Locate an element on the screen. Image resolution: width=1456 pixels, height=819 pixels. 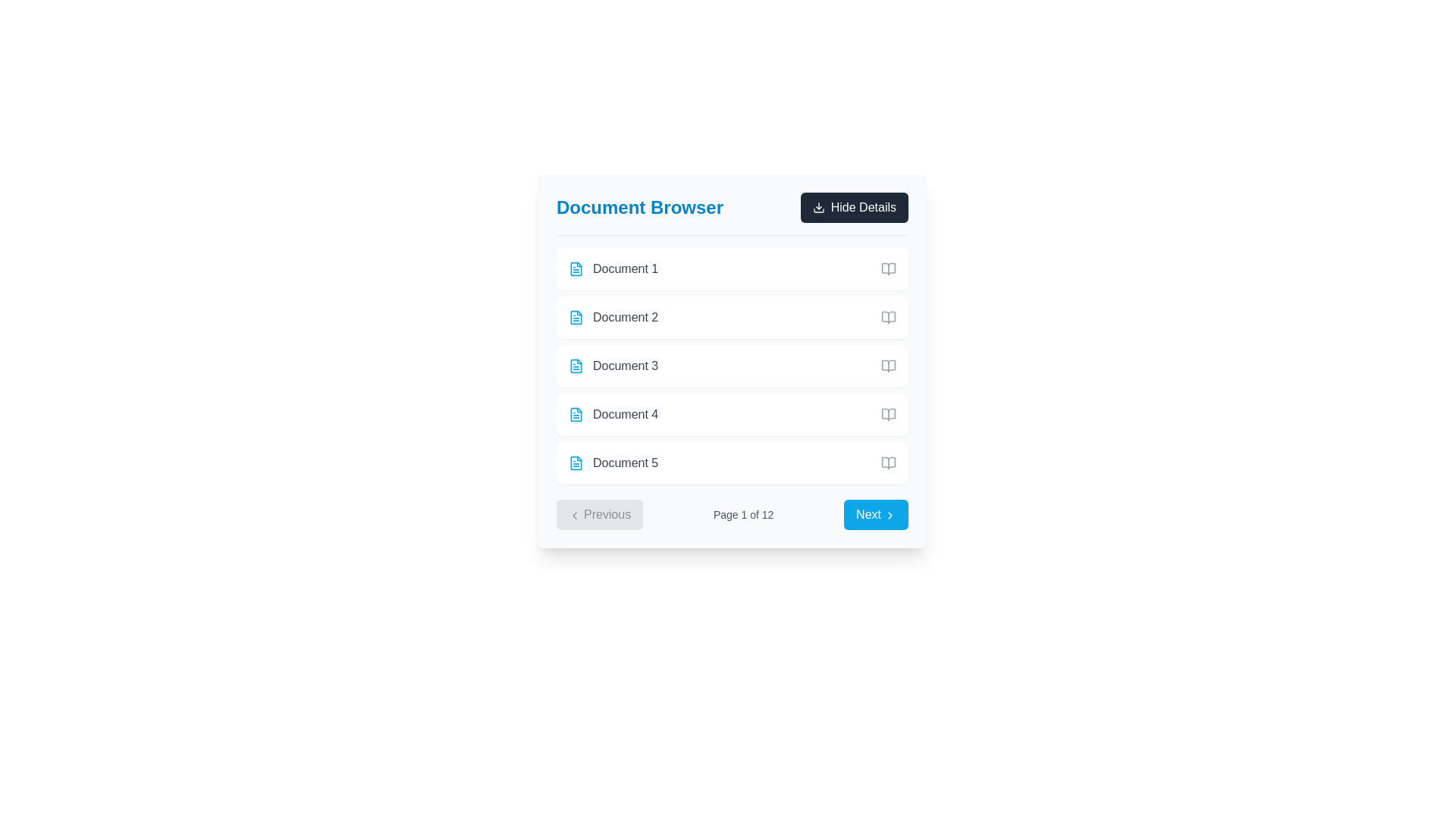
text of the label 'Document 3', which is styled in gray and is the third item in the 'Document Browser' list, positioned to the right of a document icon is located at coordinates (626, 366).